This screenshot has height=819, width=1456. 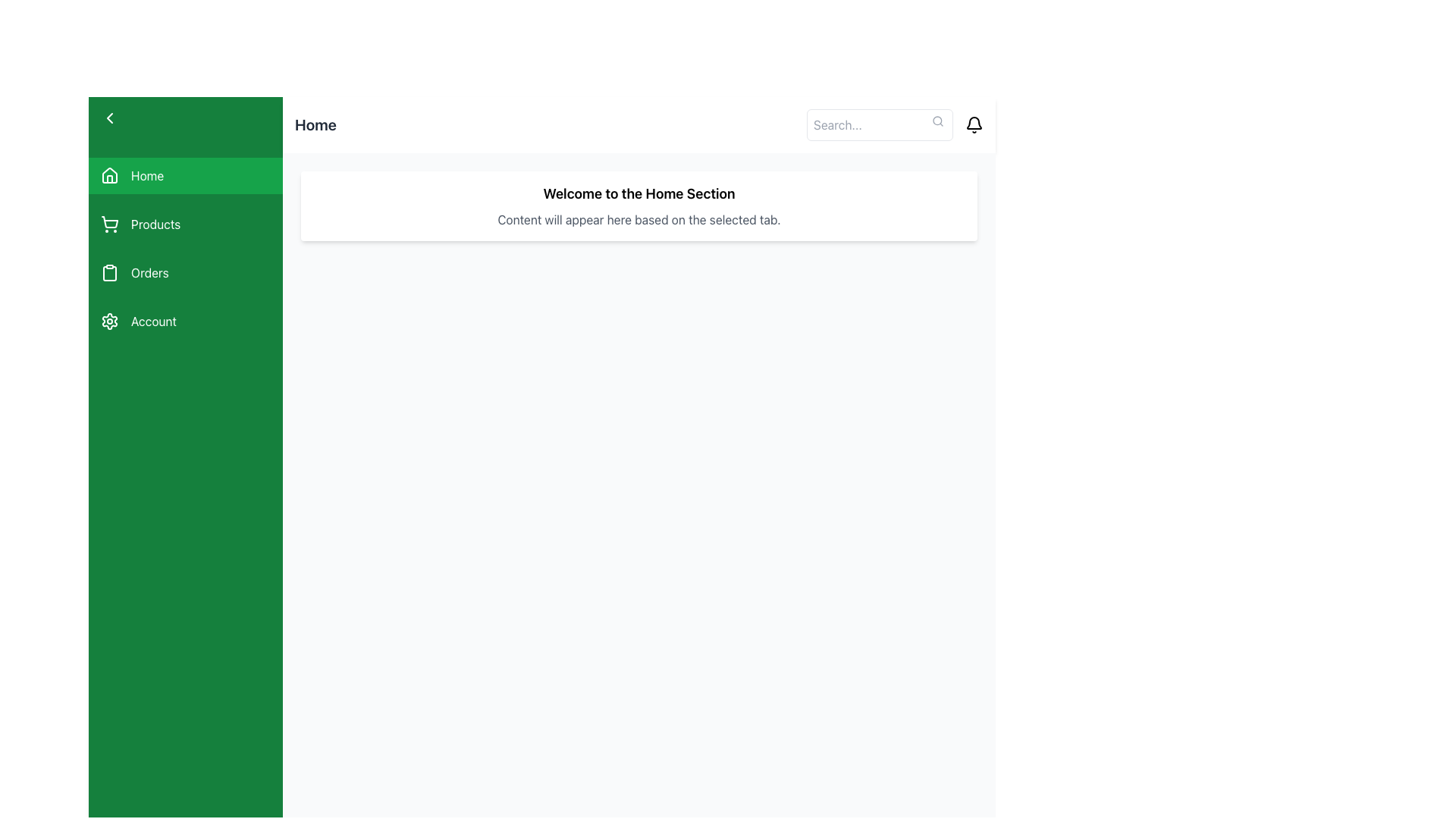 I want to click on the bell icon located at the top-right corner of the interface, so click(x=974, y=124).